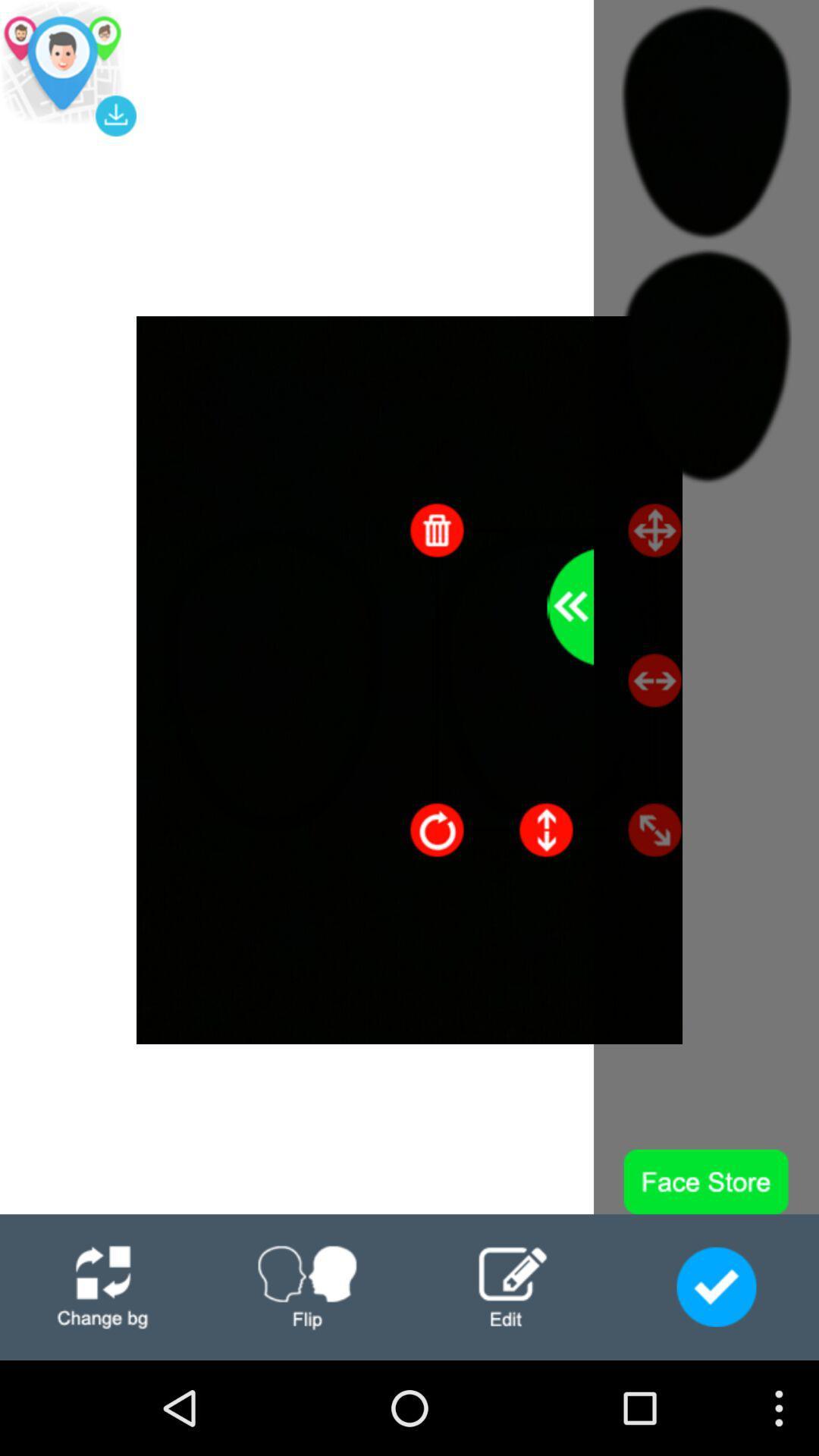 The height and width of the screenshot is (1456, 819). What do you see at coordinates (67, 67) in the screenshot?
I see `location button` at bounding box center [67, 67].